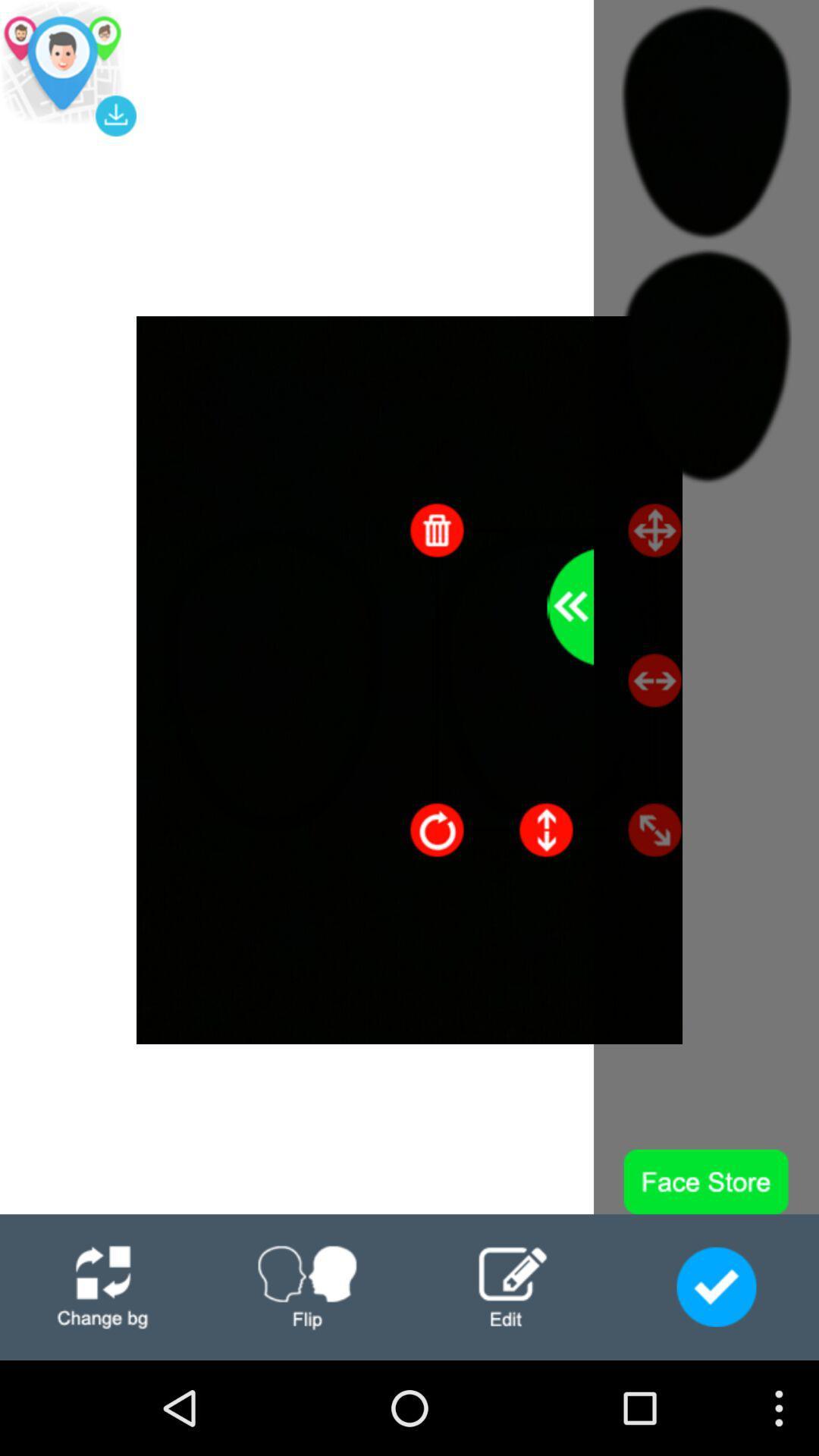 The height and width of the screenshot is (1456, 819). What do you see at coordinates (67, 67) in the screenshot?
I see `location button` at bounding box center [67, 67].